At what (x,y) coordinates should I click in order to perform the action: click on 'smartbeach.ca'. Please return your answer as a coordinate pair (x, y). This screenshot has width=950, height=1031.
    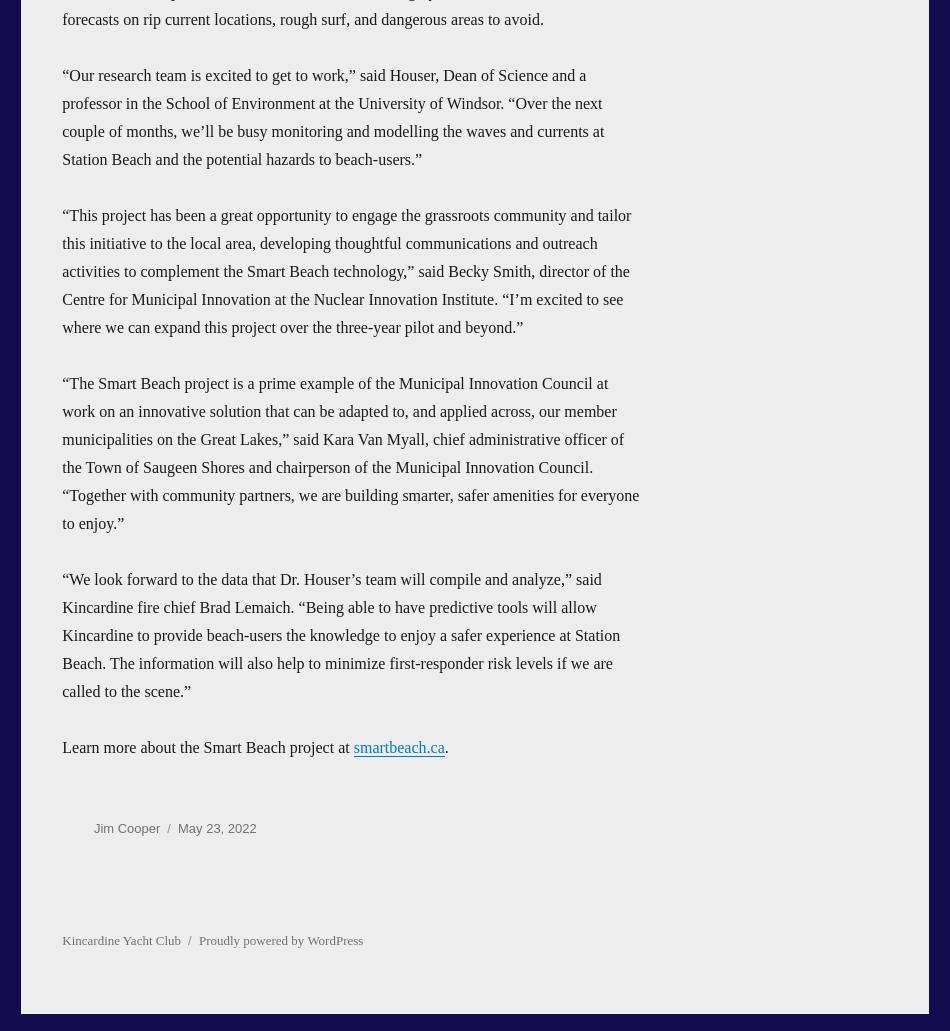
    Looking at the image, I should click on (352, 745).